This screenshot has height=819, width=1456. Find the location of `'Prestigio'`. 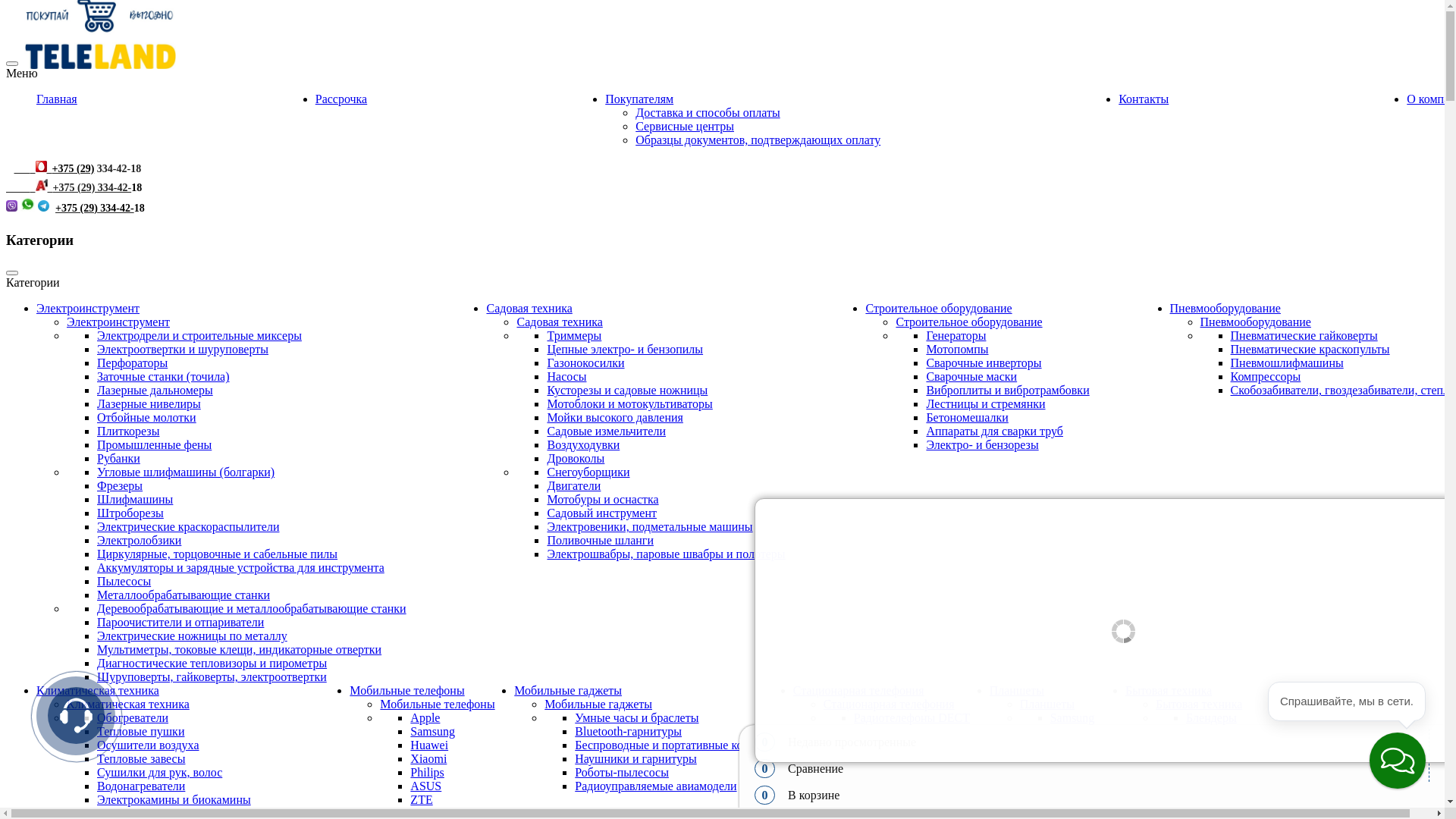

'Prestigio' is located at coordinates (1071, 785).